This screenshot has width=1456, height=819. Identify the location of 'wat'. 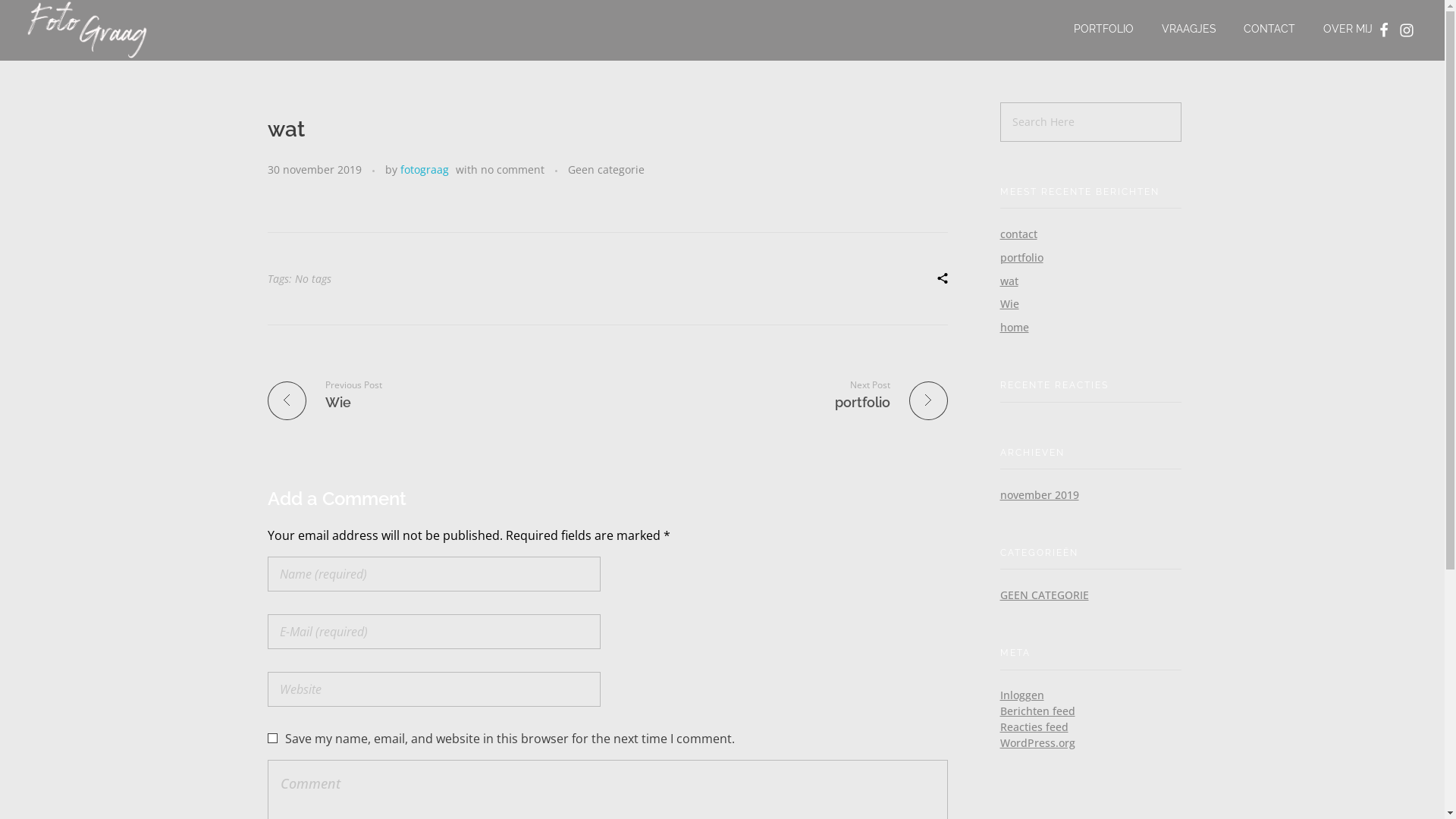
(1008, 280).